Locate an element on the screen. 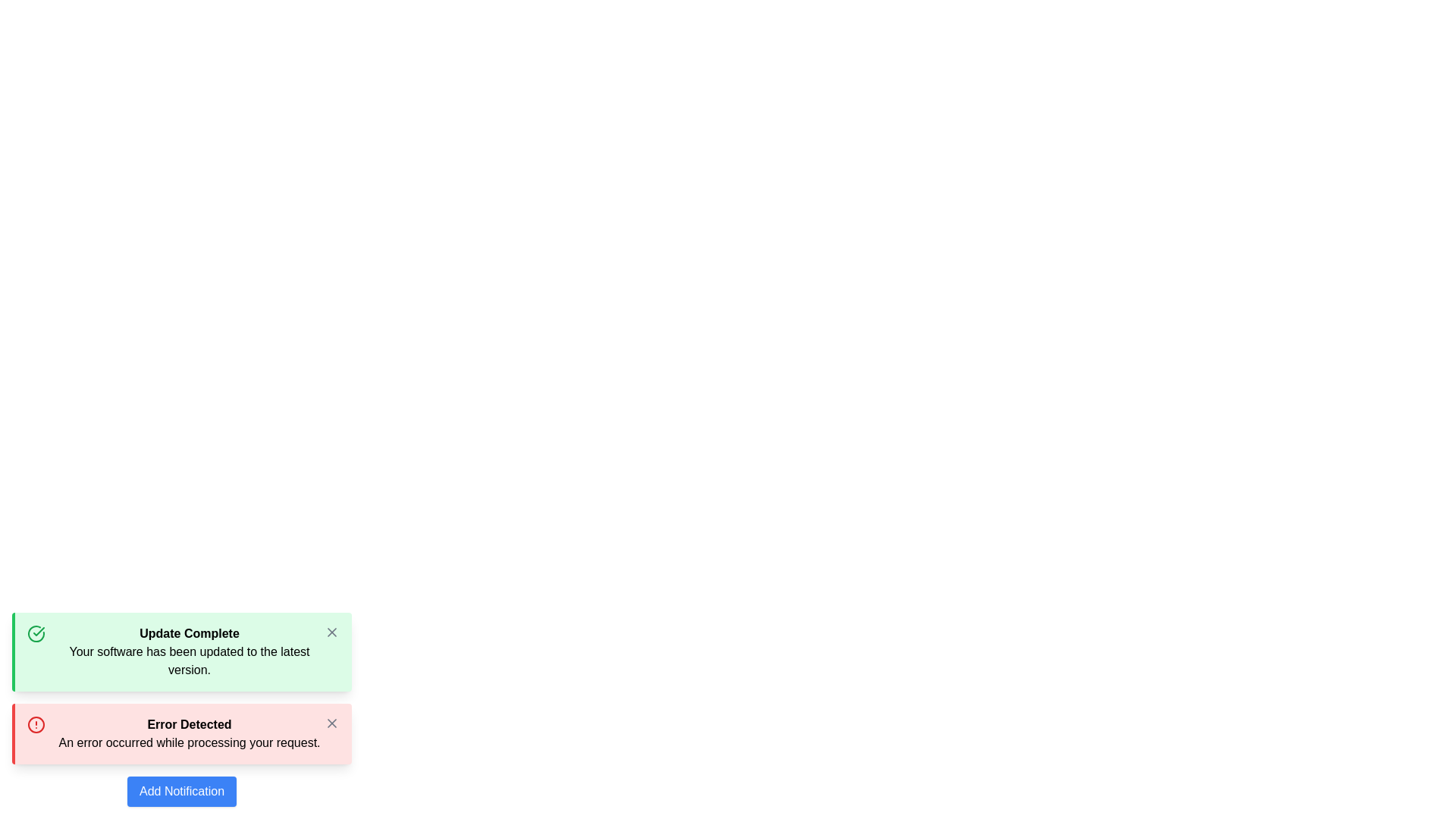 This screenshot has height=819, width=1456. the close button located in the top-right corner of the error notification is located at coordinates (331, 722).